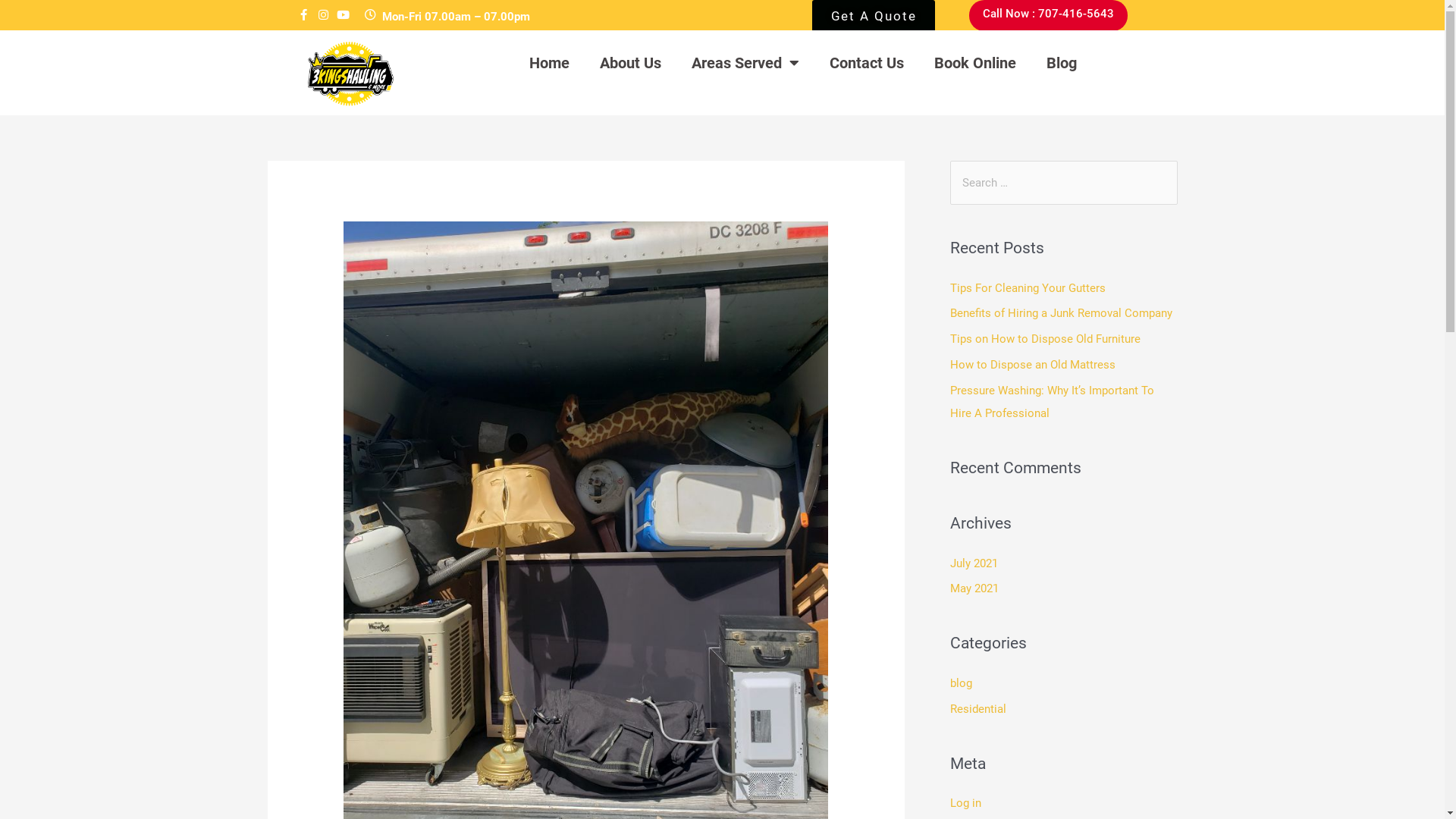  What do you see at coordinates (866, 62) in the screenshot?
I see `'Contact Us'` at bounding box center [866, 62].